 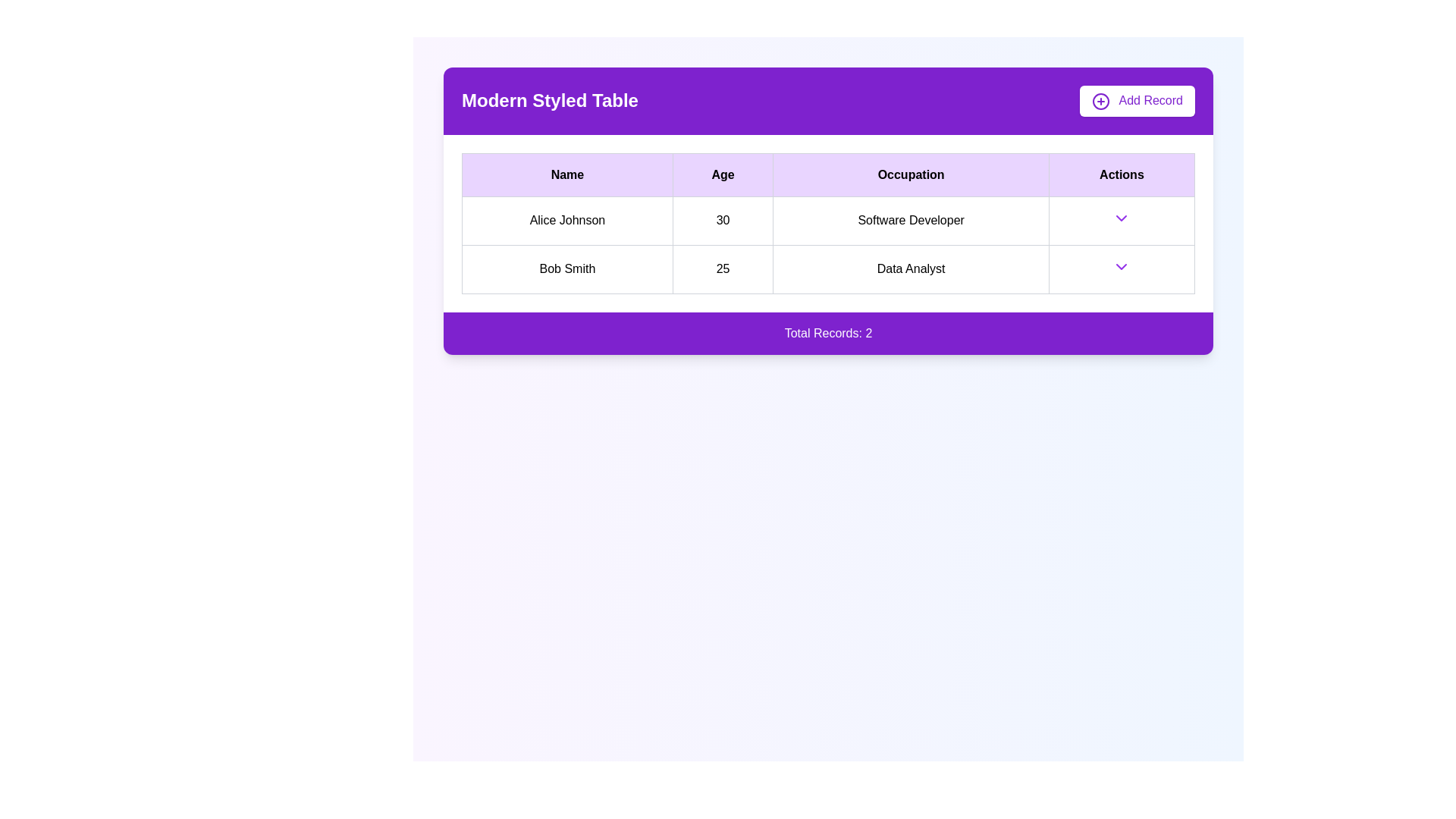 I want to click on the 'Name' column header label at the top-left of the table, which serves as the first column header among others like 'Age,' 'Occupation,' and 'Actions.', so click(x=566, y=174).